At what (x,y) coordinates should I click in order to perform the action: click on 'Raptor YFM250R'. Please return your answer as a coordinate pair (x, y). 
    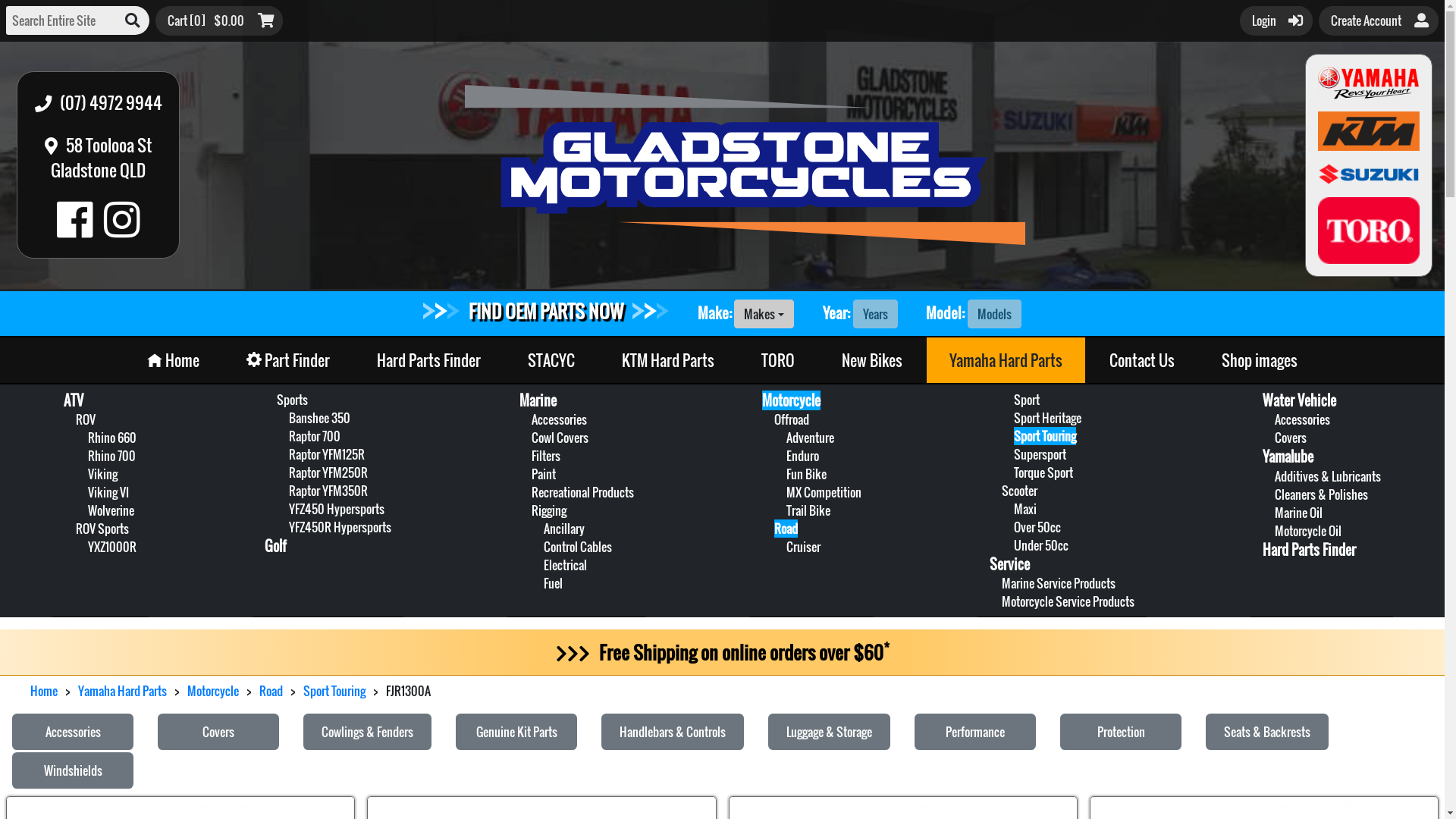
    Looking at the image, I should click on (327, 472).